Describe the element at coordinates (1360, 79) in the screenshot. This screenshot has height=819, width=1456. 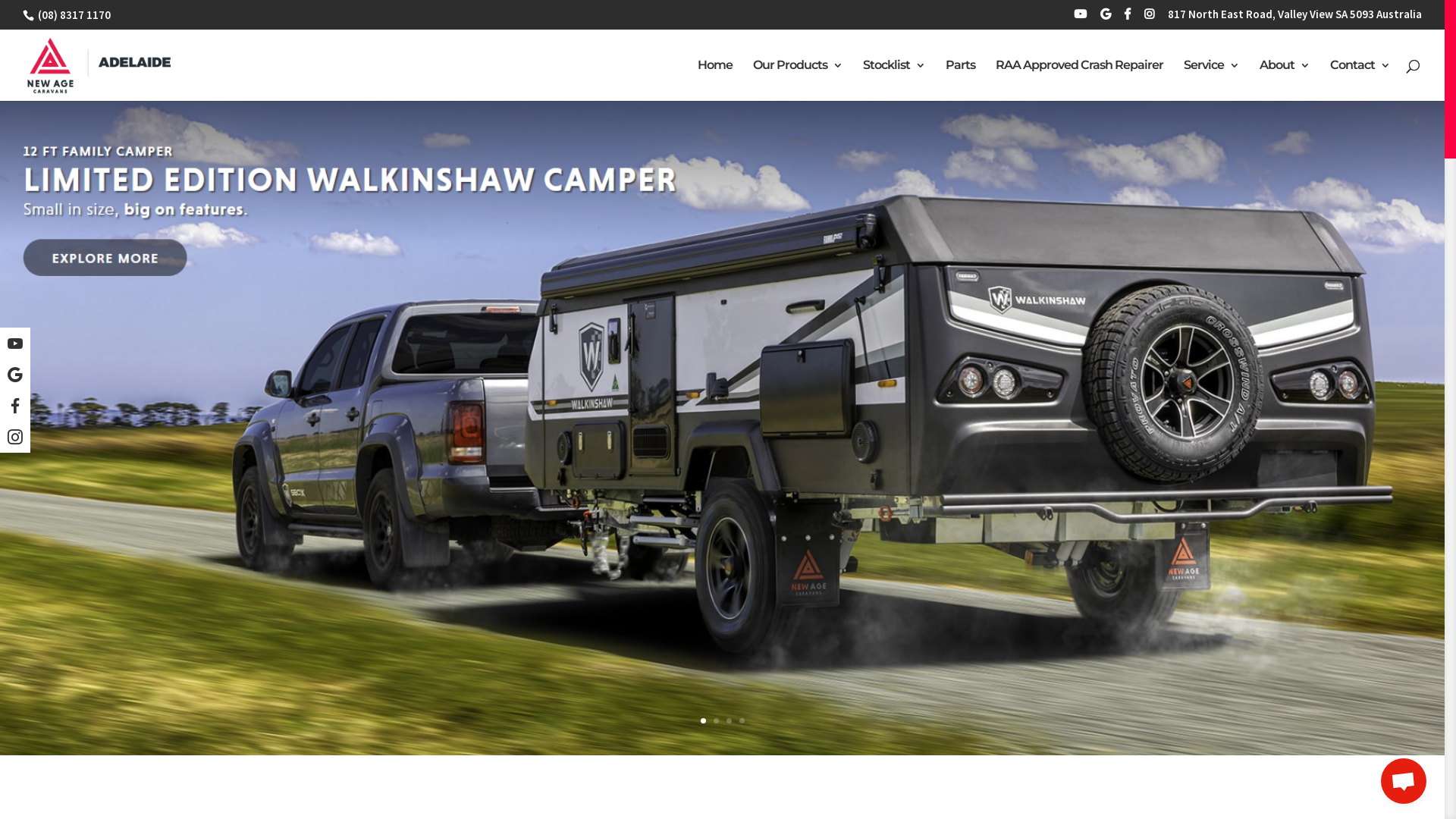
I see `'Contact'` at that location.